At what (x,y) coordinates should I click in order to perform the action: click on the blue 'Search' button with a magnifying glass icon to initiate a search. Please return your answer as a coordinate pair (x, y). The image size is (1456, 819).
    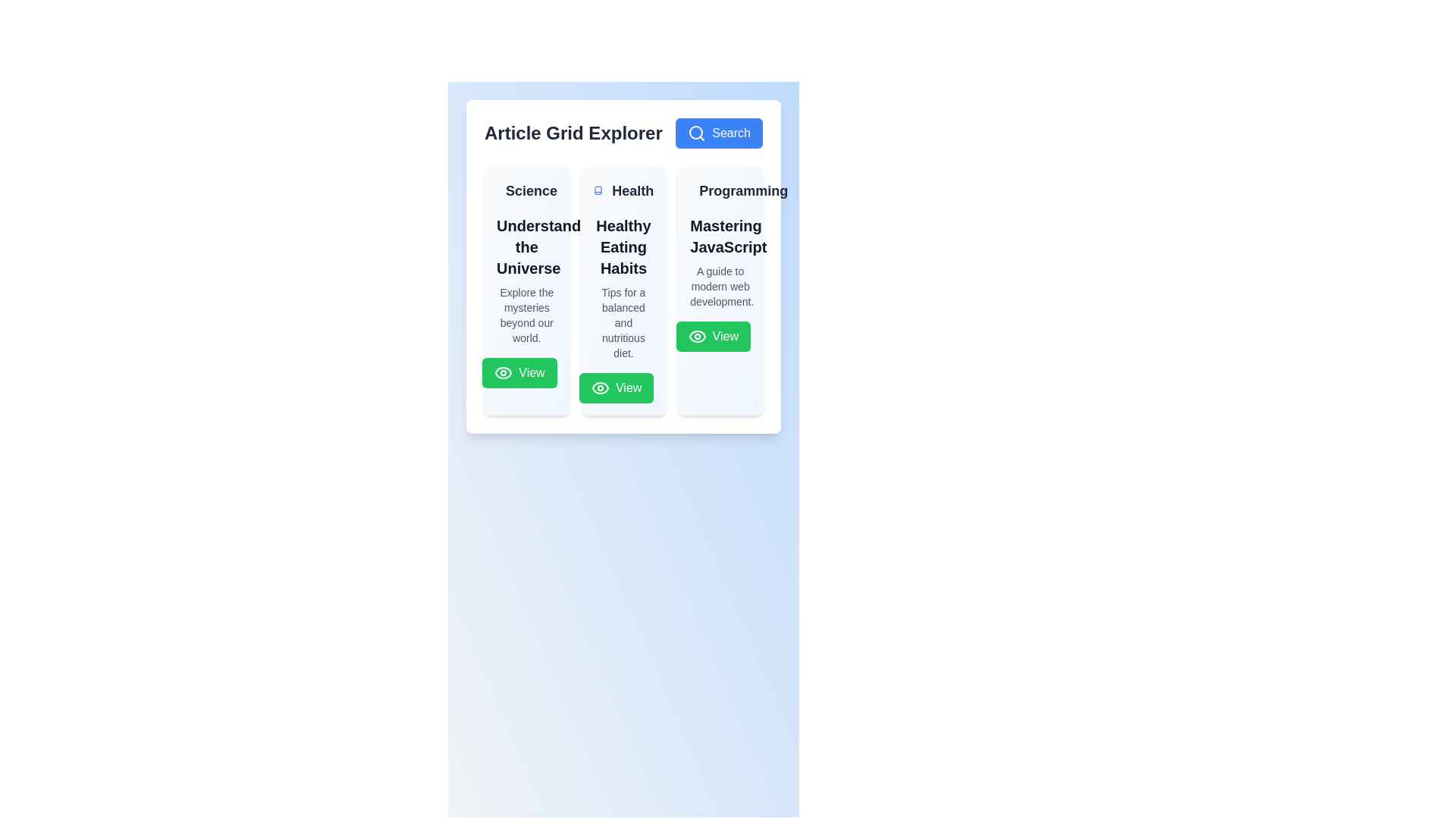
    Looking at the image, I should click on (718, 133).